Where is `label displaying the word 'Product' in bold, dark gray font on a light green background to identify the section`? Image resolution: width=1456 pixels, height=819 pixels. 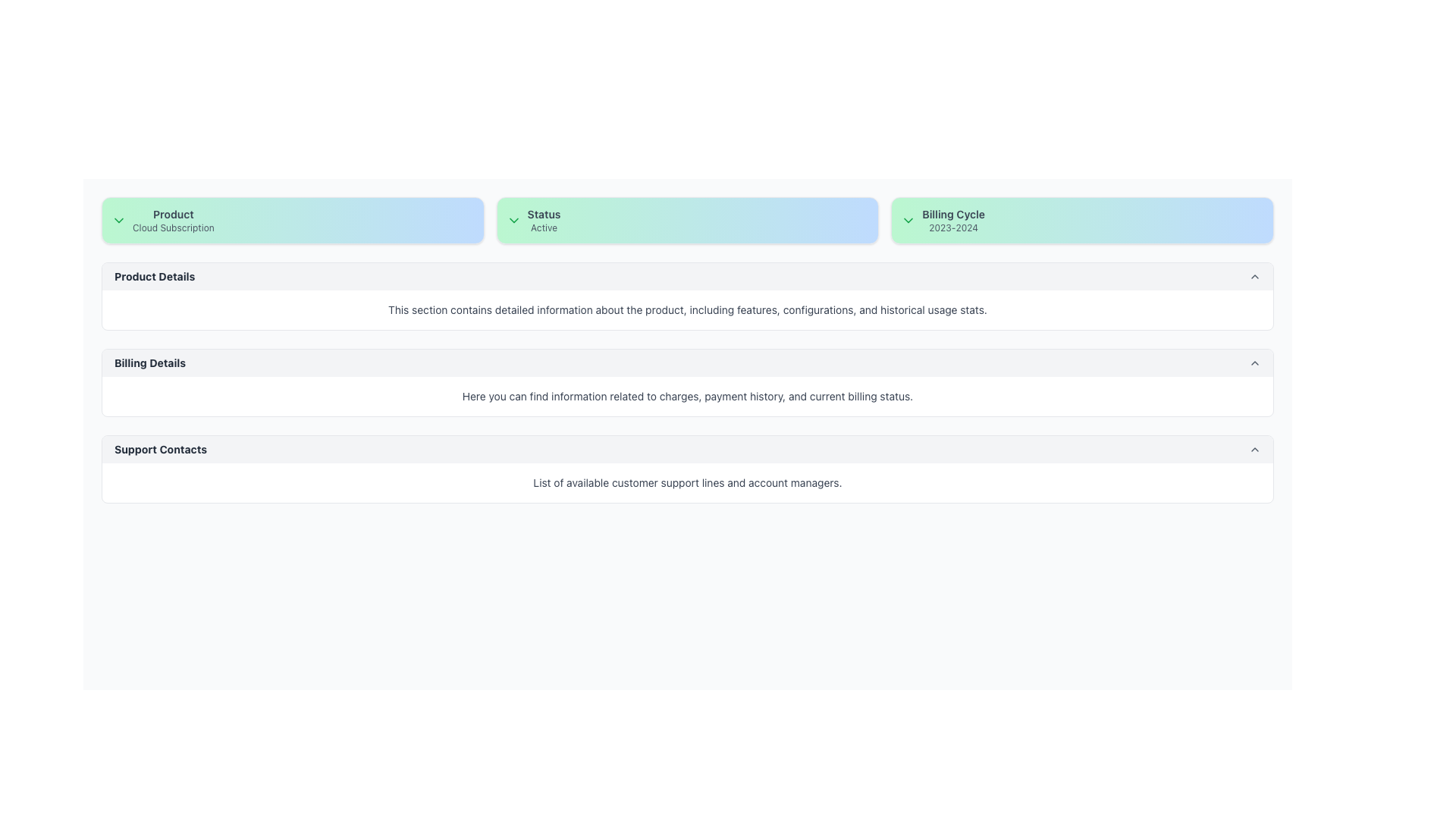 label displaying the word 'Product' in bold, dark gray font on a light green background to identify the section is located at coordinates (173, 214).